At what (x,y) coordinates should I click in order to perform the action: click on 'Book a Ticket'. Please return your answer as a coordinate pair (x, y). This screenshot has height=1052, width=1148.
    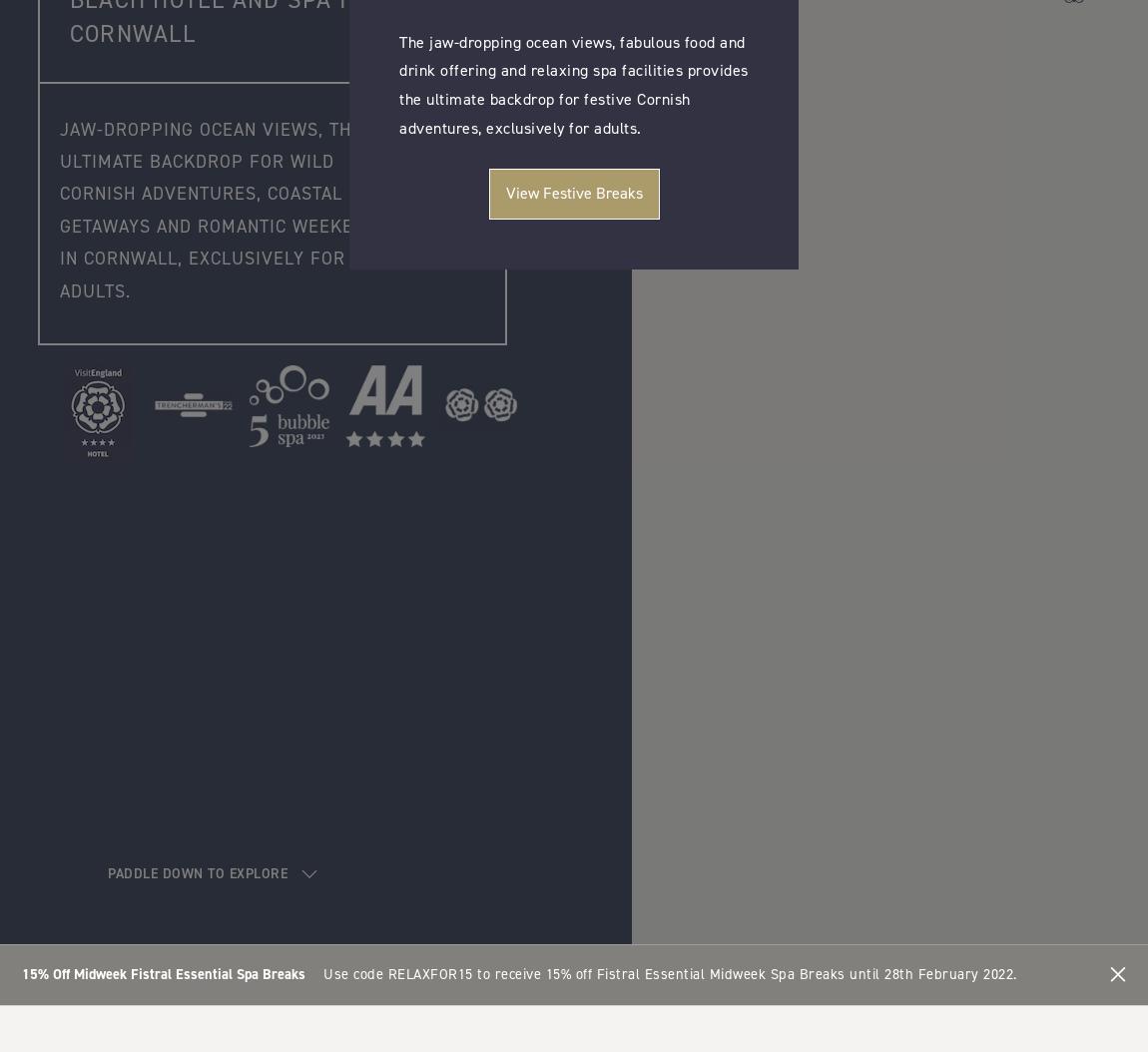
    Looking at the image, I should click on (574, 341).